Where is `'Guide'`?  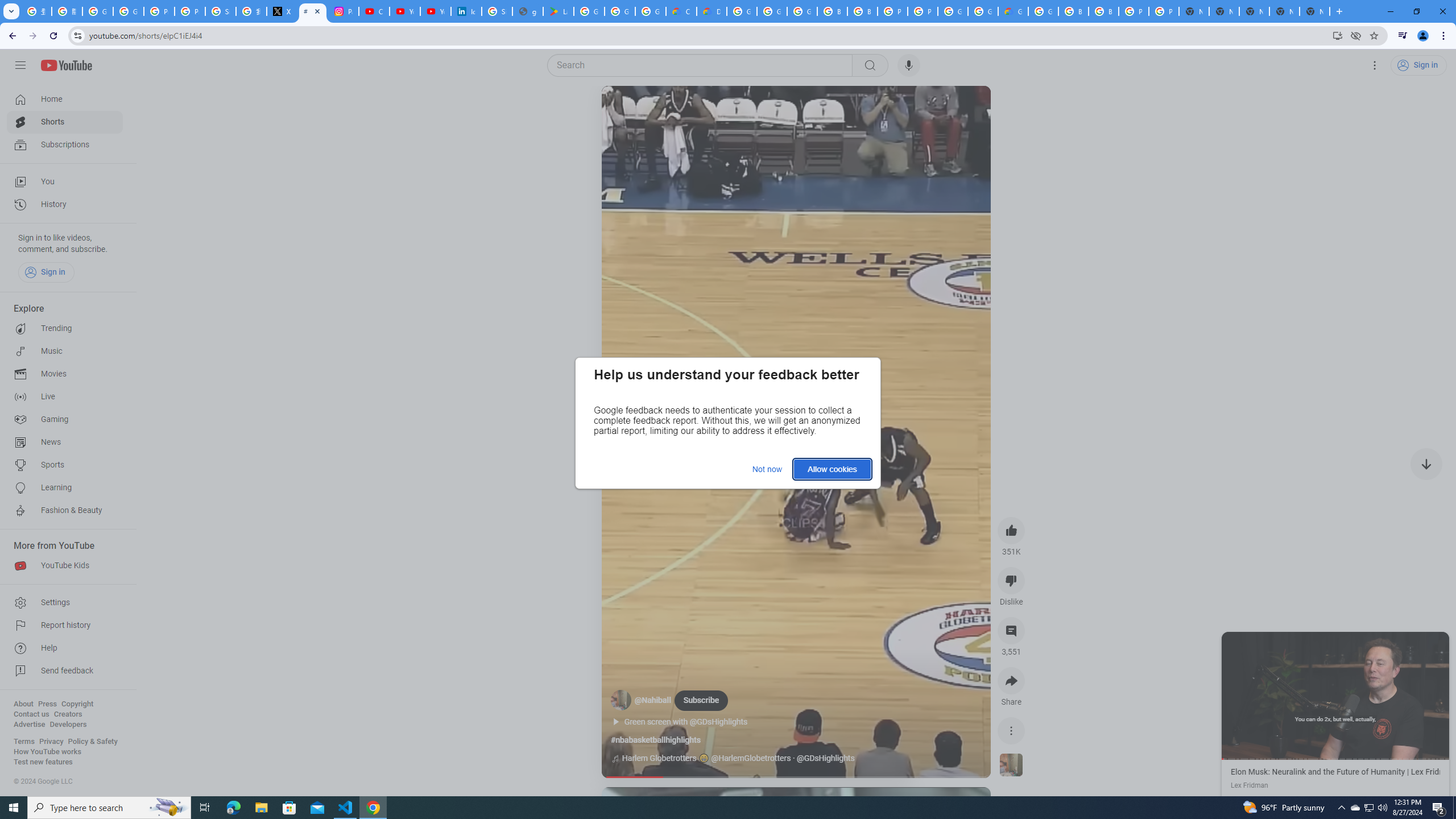 'Guide' is located at coordinates (19, 65).